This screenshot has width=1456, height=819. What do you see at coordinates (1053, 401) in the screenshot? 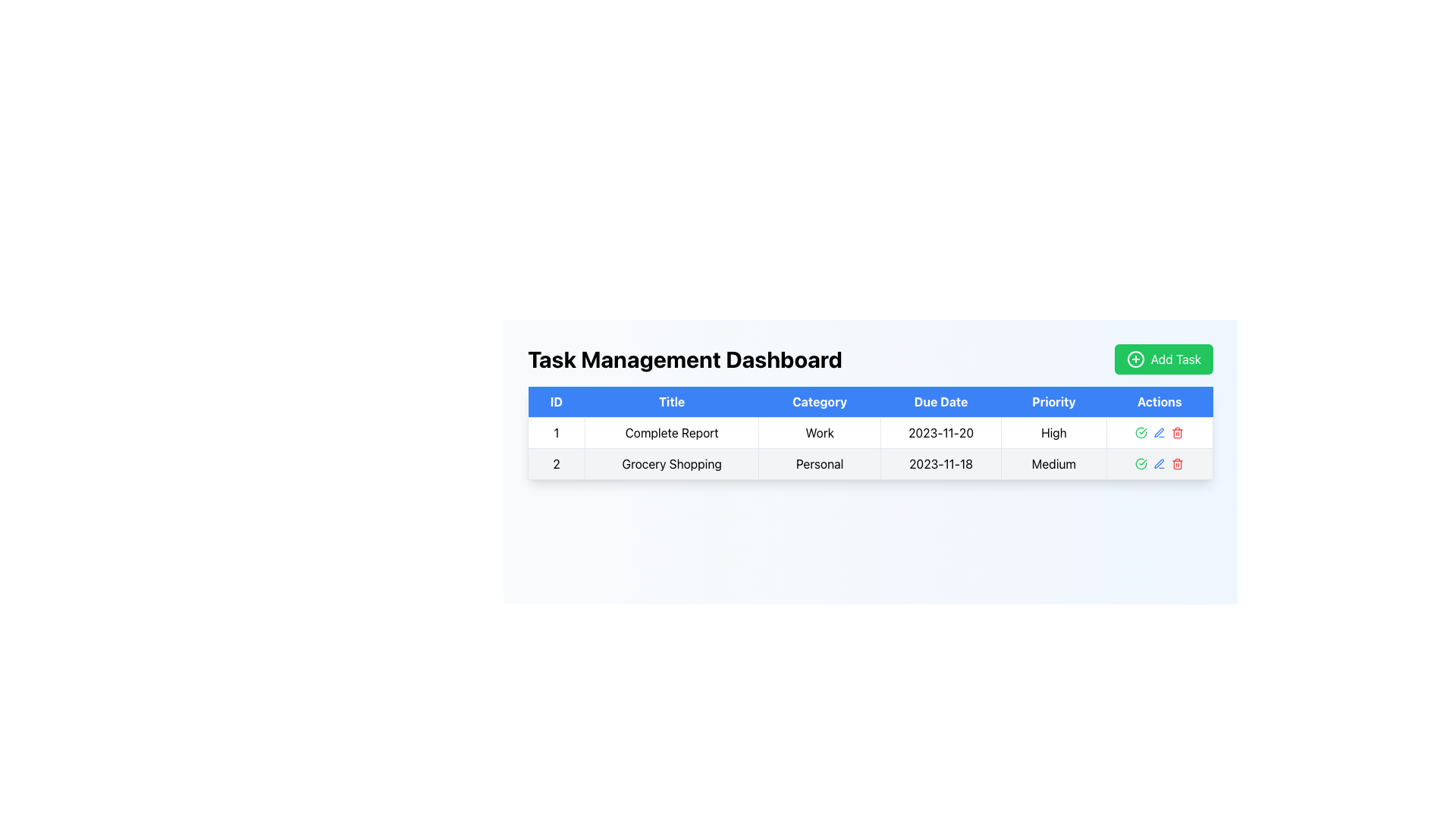
I see `the fifth header label in the table, which is positioned between the 'Due Date' and 'Actions' headers` at bounding box center [1053, 401].